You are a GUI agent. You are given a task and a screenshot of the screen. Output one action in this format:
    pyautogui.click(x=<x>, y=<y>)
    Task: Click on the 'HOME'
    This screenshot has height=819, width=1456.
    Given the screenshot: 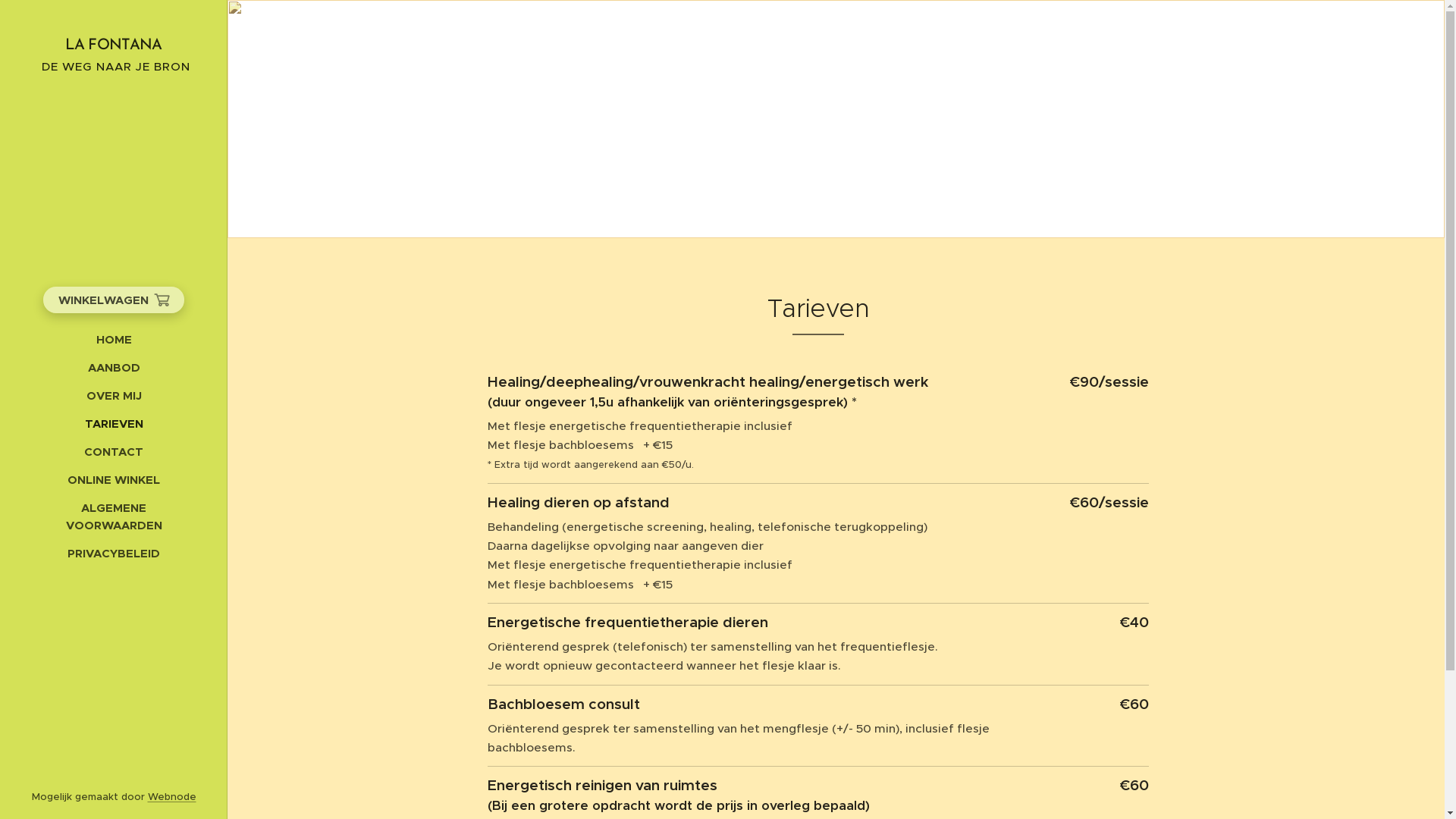 What is the action you would take?
    pyautogui.click(x=112, y=338)
    